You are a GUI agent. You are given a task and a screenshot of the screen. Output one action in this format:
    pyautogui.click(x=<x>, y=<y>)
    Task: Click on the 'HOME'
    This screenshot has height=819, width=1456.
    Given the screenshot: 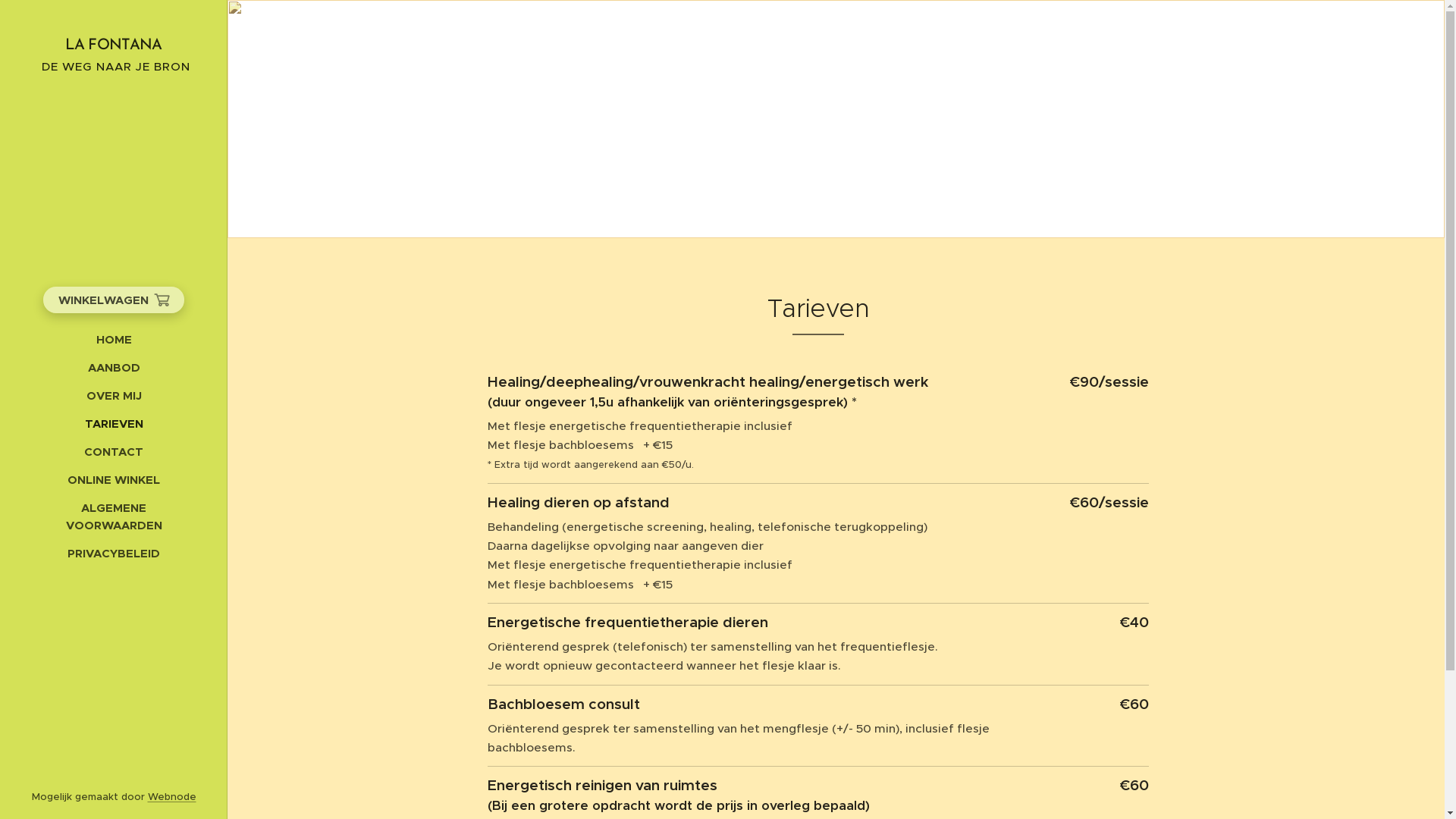 What is the action you would take?
    pyautogui.click(x=112, y=338)
    